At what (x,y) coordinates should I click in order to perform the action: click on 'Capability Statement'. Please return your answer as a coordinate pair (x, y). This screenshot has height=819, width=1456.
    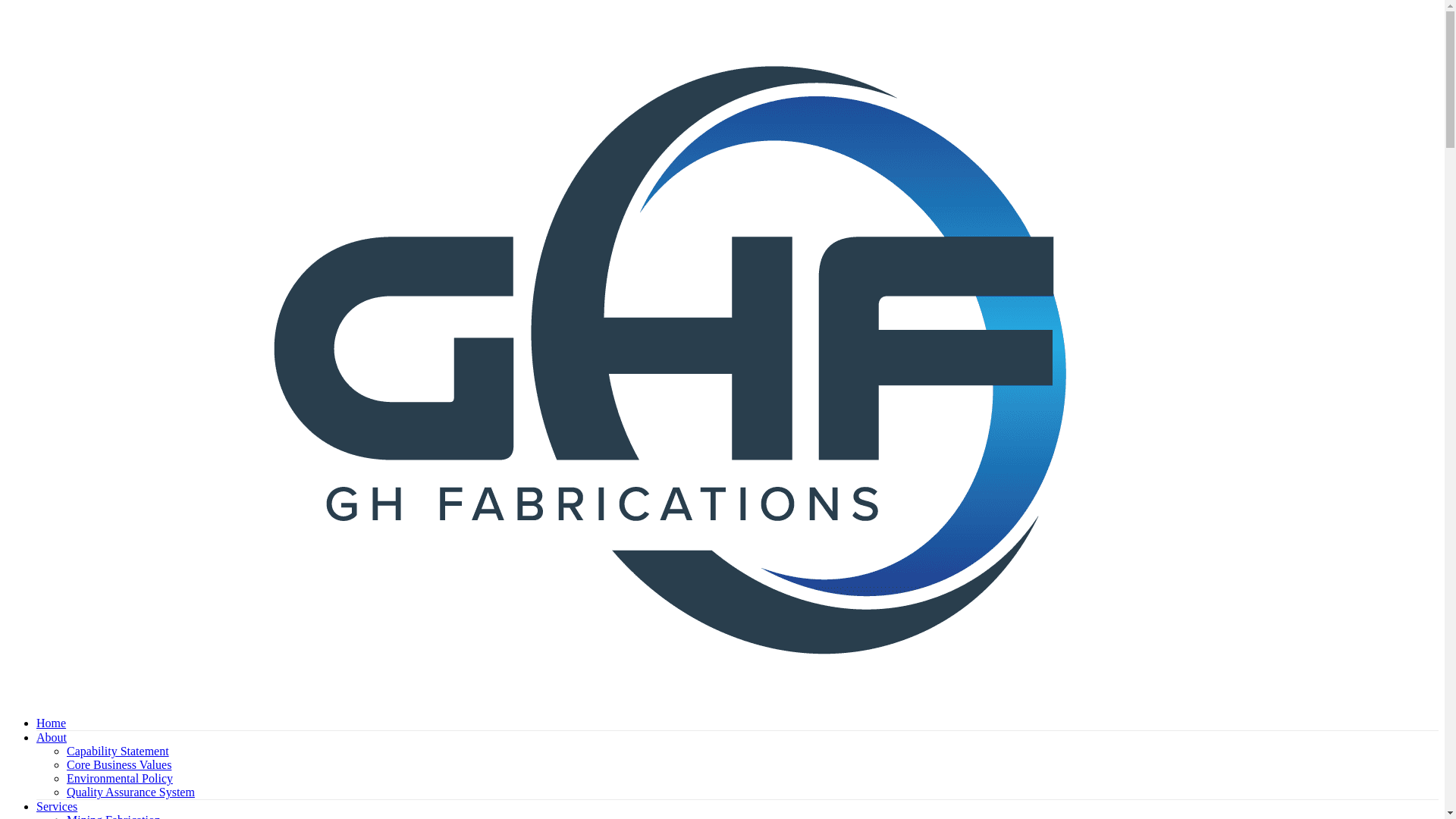
    Looking at the image, I should click on (117, 751).